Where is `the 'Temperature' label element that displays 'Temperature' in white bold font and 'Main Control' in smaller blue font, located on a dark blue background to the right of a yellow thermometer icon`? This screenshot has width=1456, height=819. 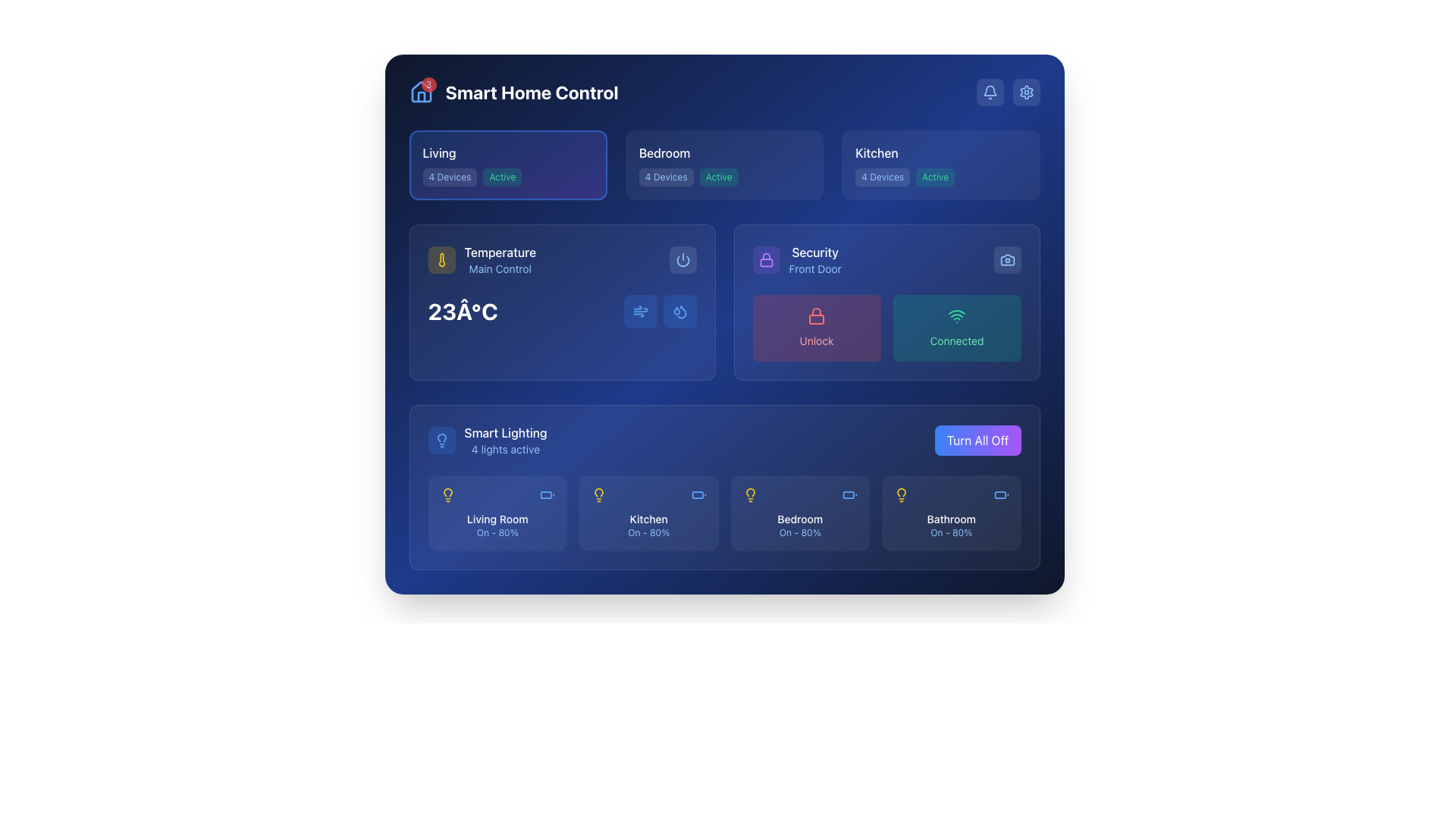 the 'Temperature' label element that displays 'Temperature' in white bold font and 'Main Control' in smaller blue font, located on a dark blue background to the right of a yellow thermometer icon is located at coordinates (500, 259).